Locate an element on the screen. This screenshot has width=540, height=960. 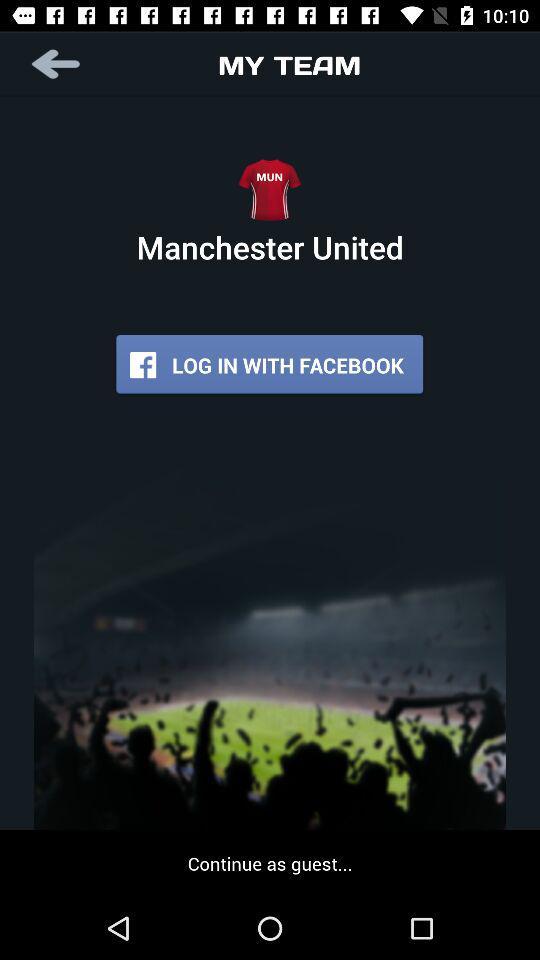
the continue as guest... app is located at coordinates (270, 862).